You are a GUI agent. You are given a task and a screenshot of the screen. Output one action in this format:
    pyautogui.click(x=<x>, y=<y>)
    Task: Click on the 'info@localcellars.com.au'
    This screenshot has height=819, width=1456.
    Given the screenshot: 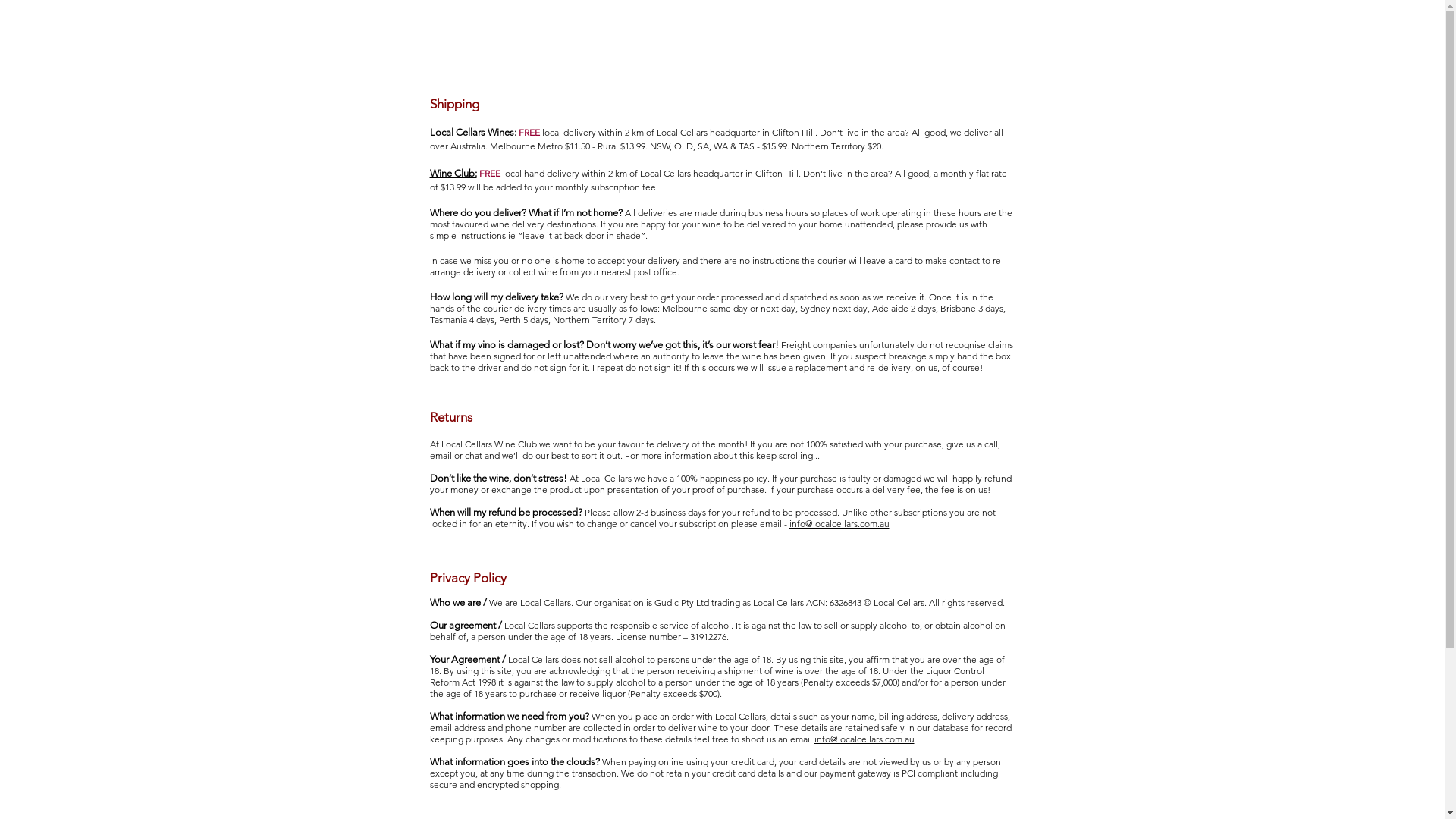 What is the action you would take?
    pyautogui.click(x=837, y=522)
    